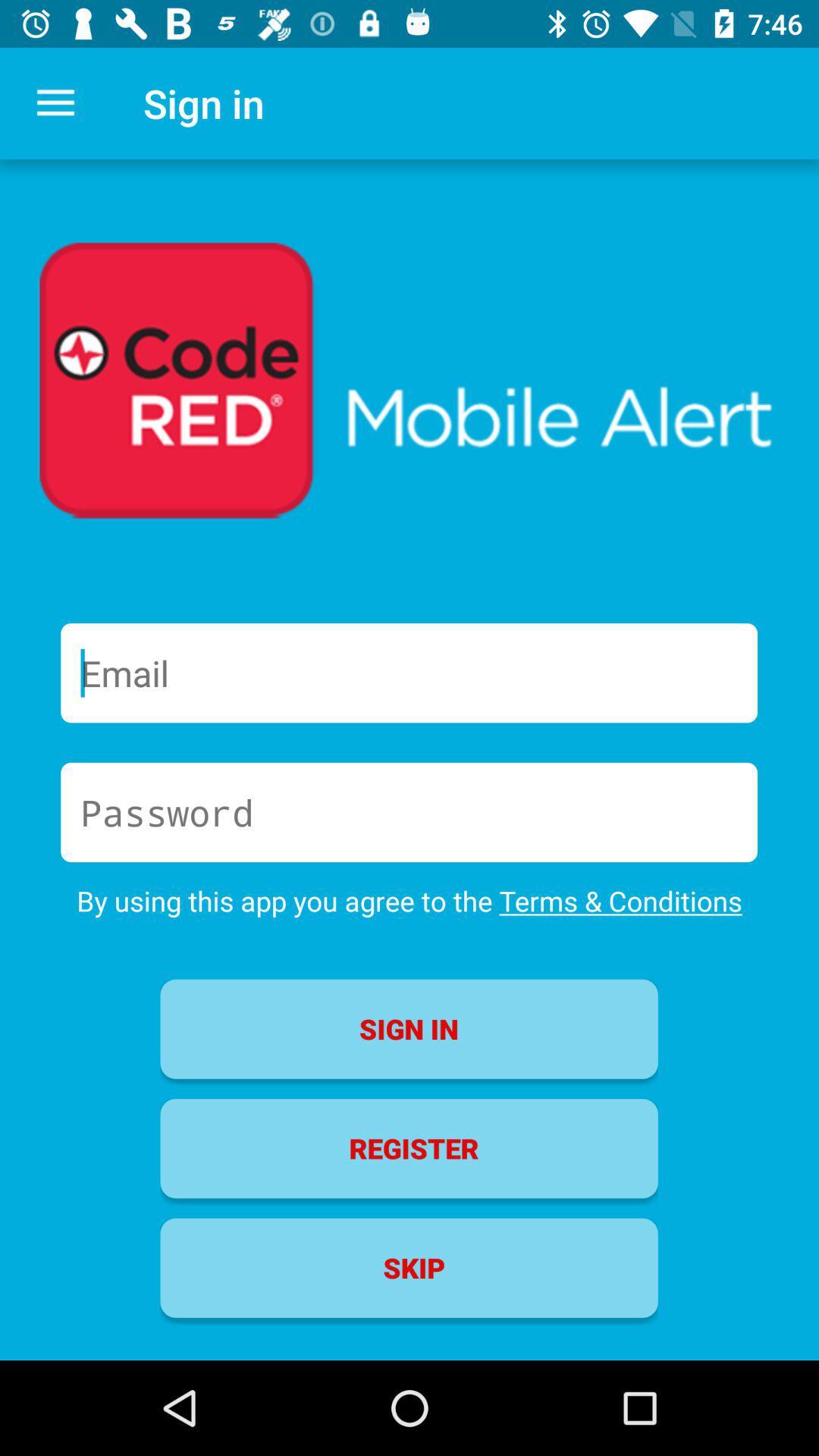 The width and height of the screenshot is (819, 1456). Describe the element at coordinates (408, 811) in the screenshot. I see `the item above the by using this icon` at that location.